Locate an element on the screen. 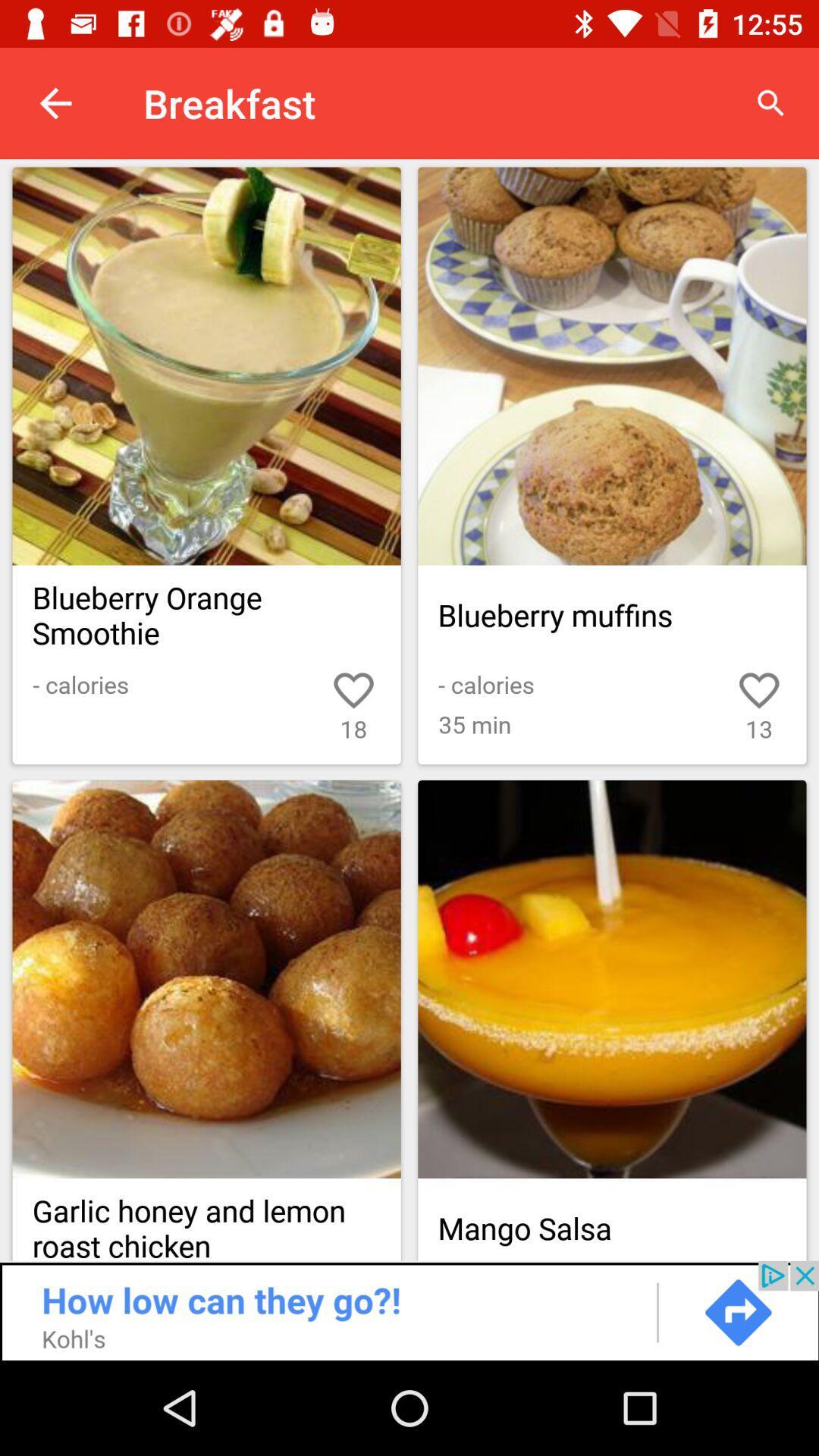  blueberry muffins is located at coordinates (611, 366).